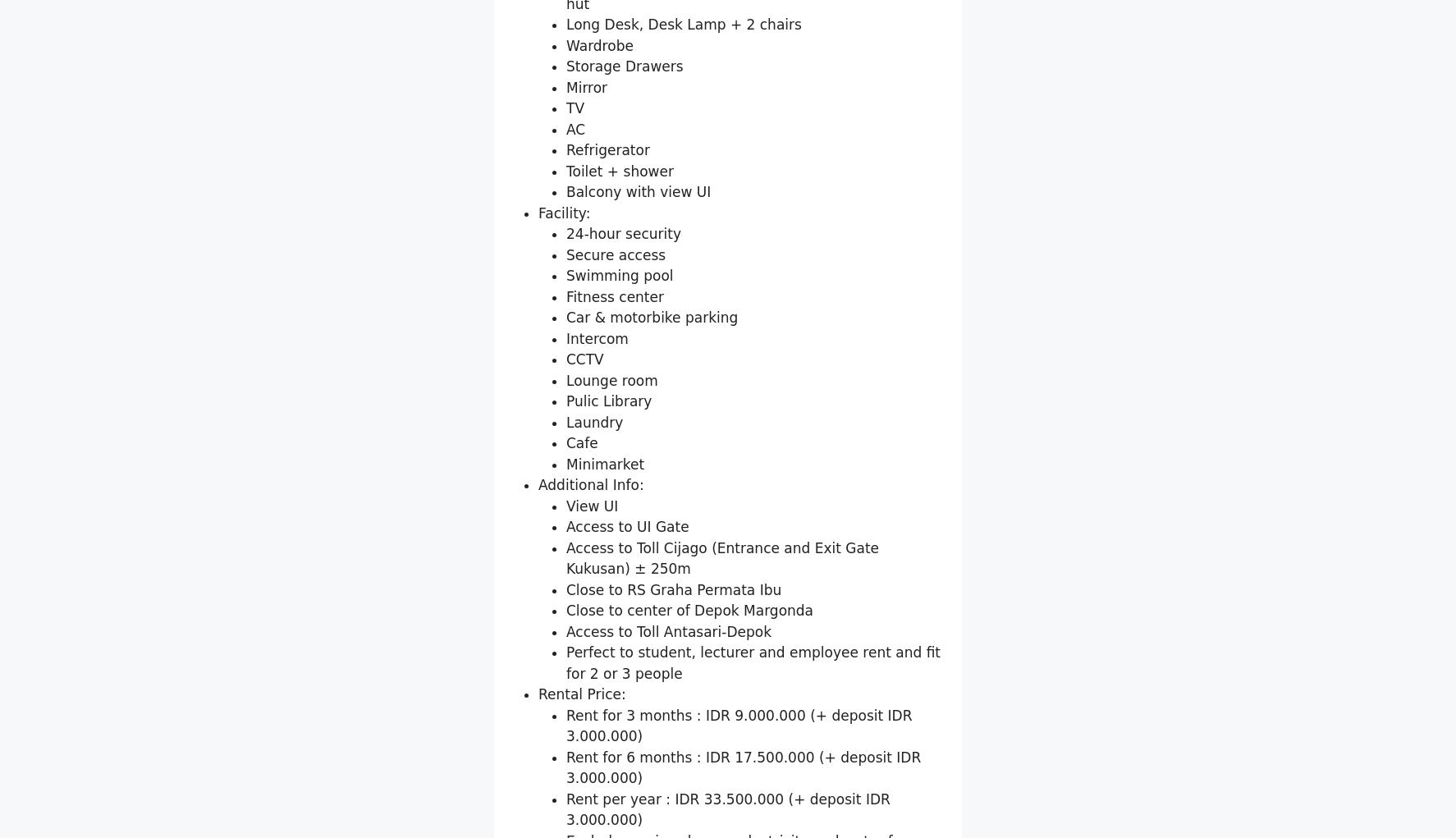  I want to click on 'Intercom', so click(566, 529).